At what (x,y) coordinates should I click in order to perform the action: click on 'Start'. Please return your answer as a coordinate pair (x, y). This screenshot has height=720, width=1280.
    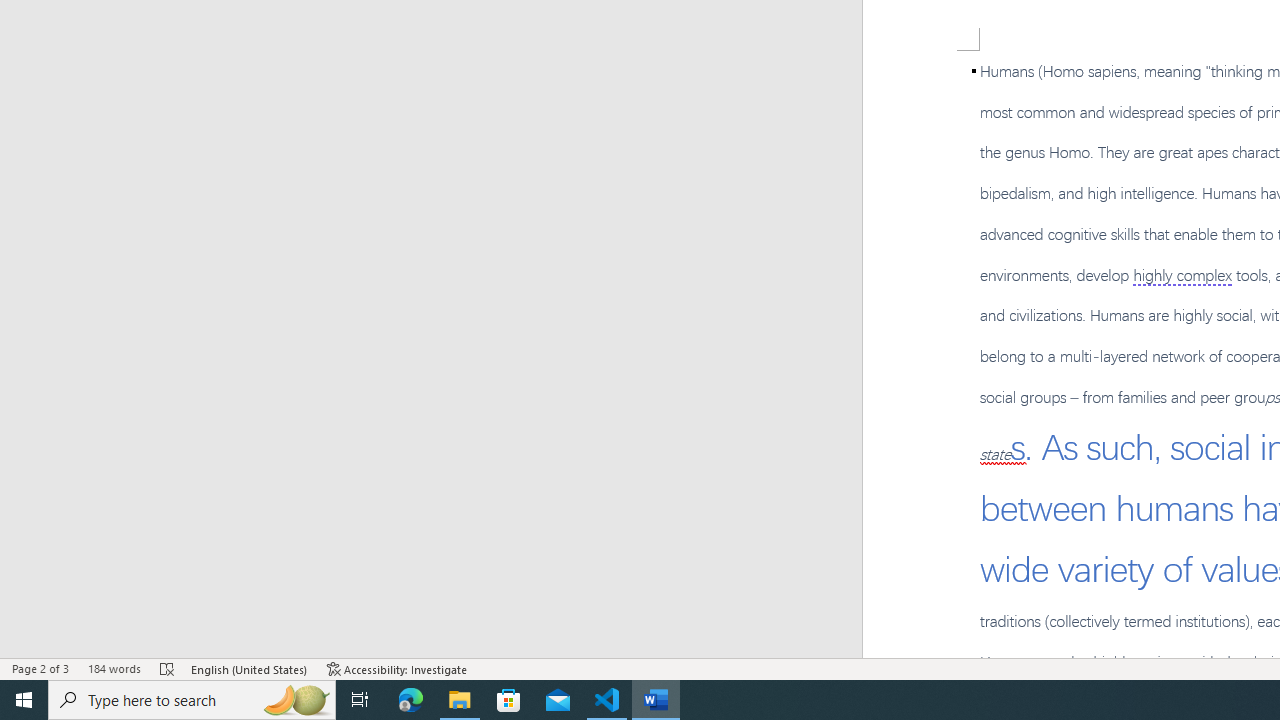
    Looking at the image, I should click on (24, 698).